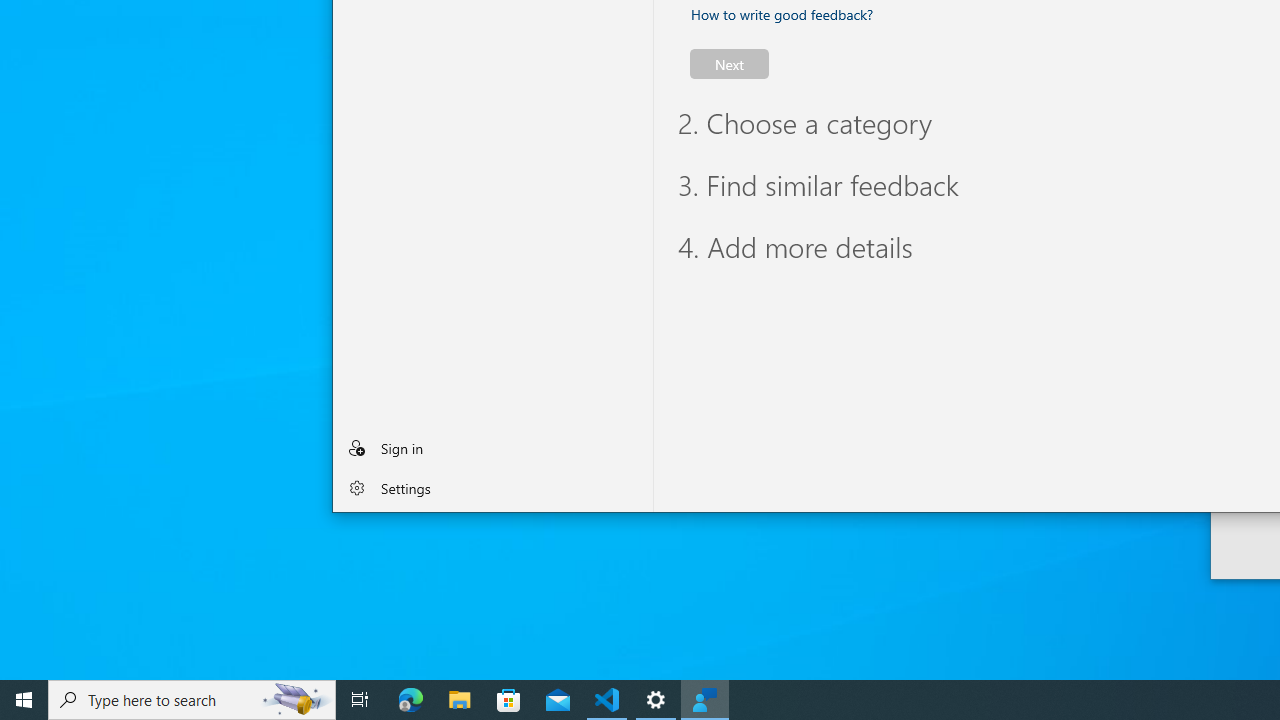  I want to click on 'Microsoft Store', so click(509, 698).